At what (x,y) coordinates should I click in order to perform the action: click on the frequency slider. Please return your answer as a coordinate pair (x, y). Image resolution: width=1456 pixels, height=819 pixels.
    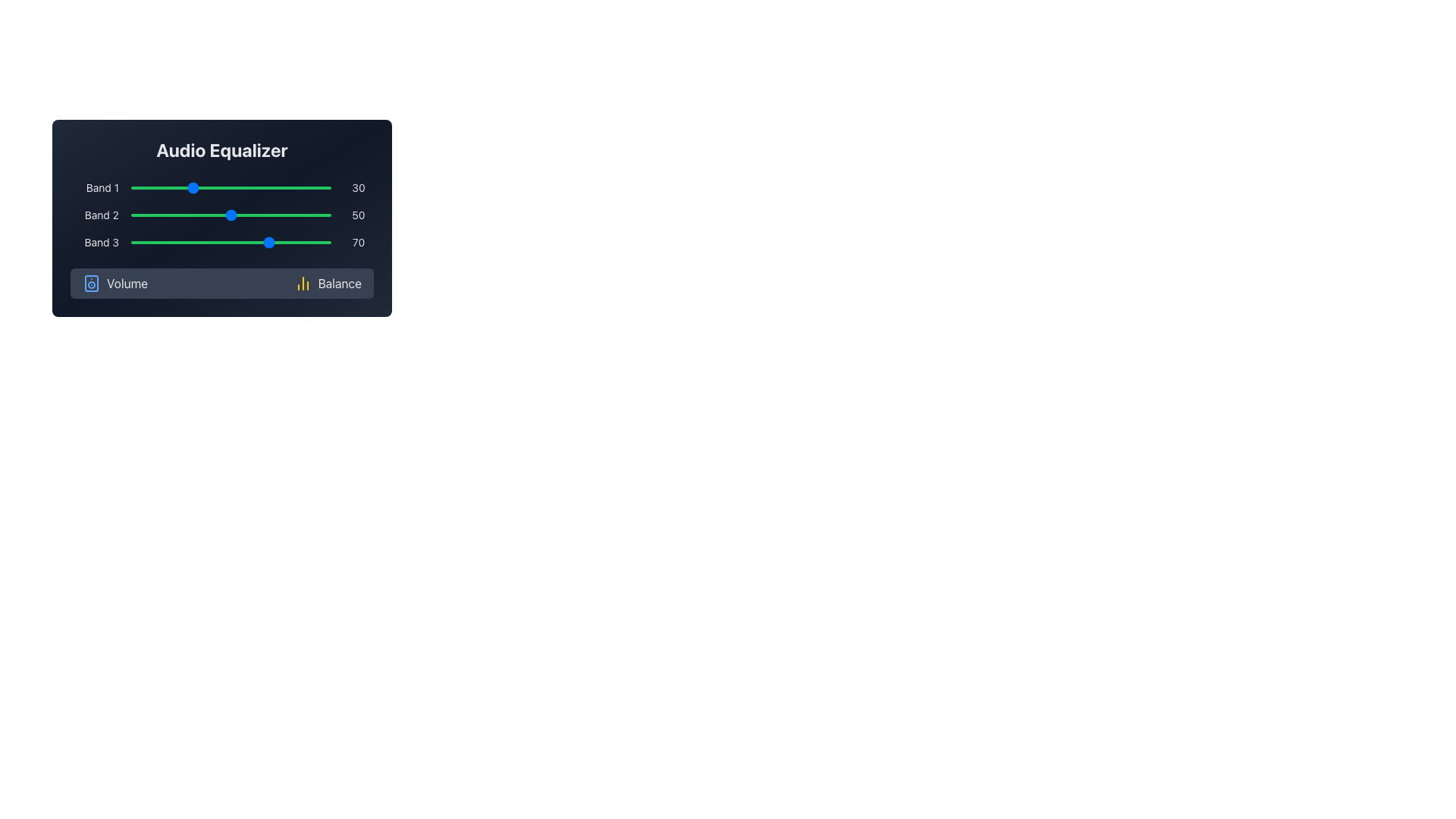
    Looking at the image, I should click on (136, 215).